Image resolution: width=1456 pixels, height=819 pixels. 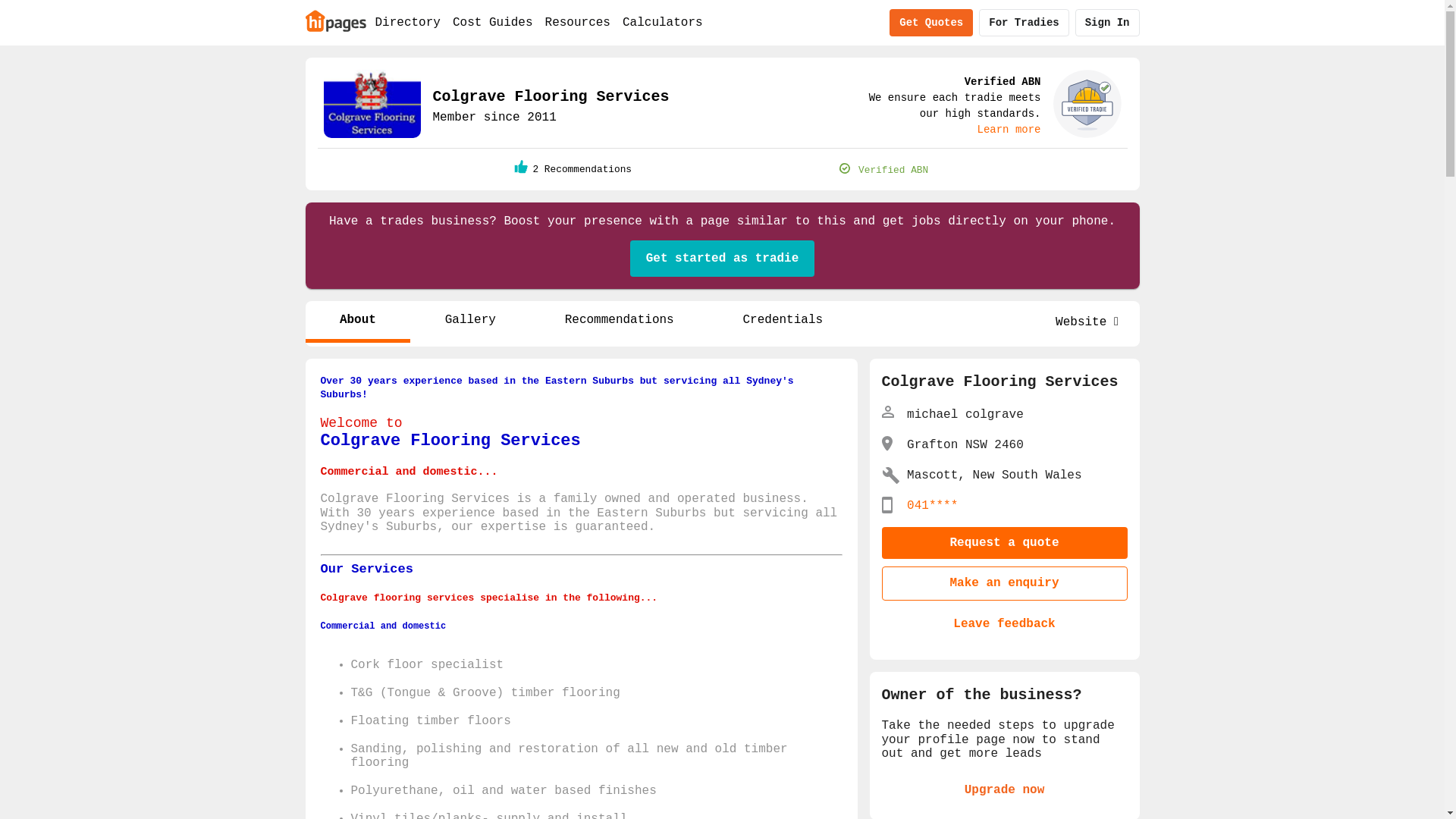 I want to click on 'Gallery', so click(x=469, y=321).